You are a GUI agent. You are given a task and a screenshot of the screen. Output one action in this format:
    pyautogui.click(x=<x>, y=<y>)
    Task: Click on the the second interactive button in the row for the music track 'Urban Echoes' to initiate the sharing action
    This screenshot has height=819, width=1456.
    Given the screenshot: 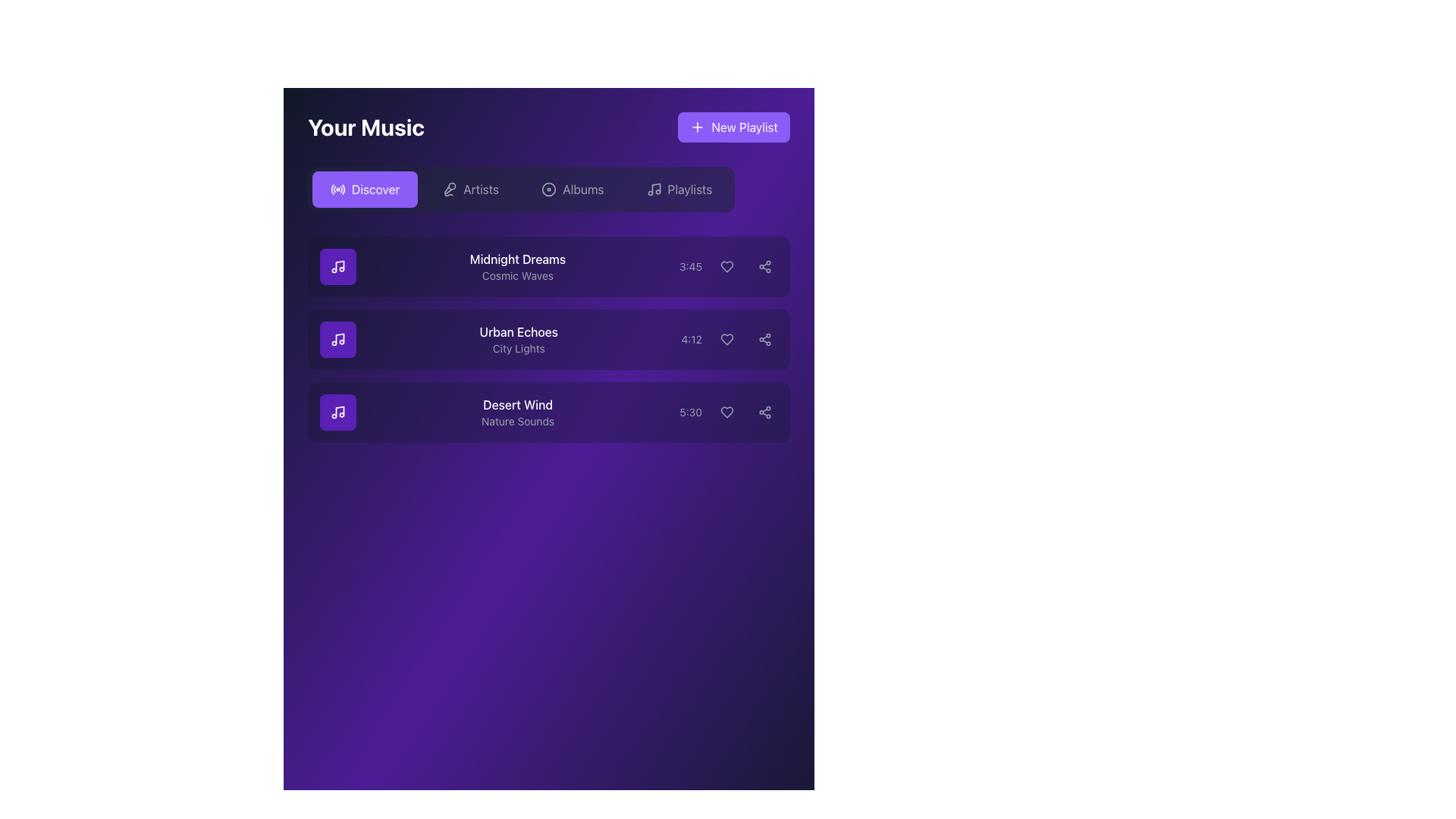 What is the action you would take?
    pyautogui.click(x=764, y=338)
    